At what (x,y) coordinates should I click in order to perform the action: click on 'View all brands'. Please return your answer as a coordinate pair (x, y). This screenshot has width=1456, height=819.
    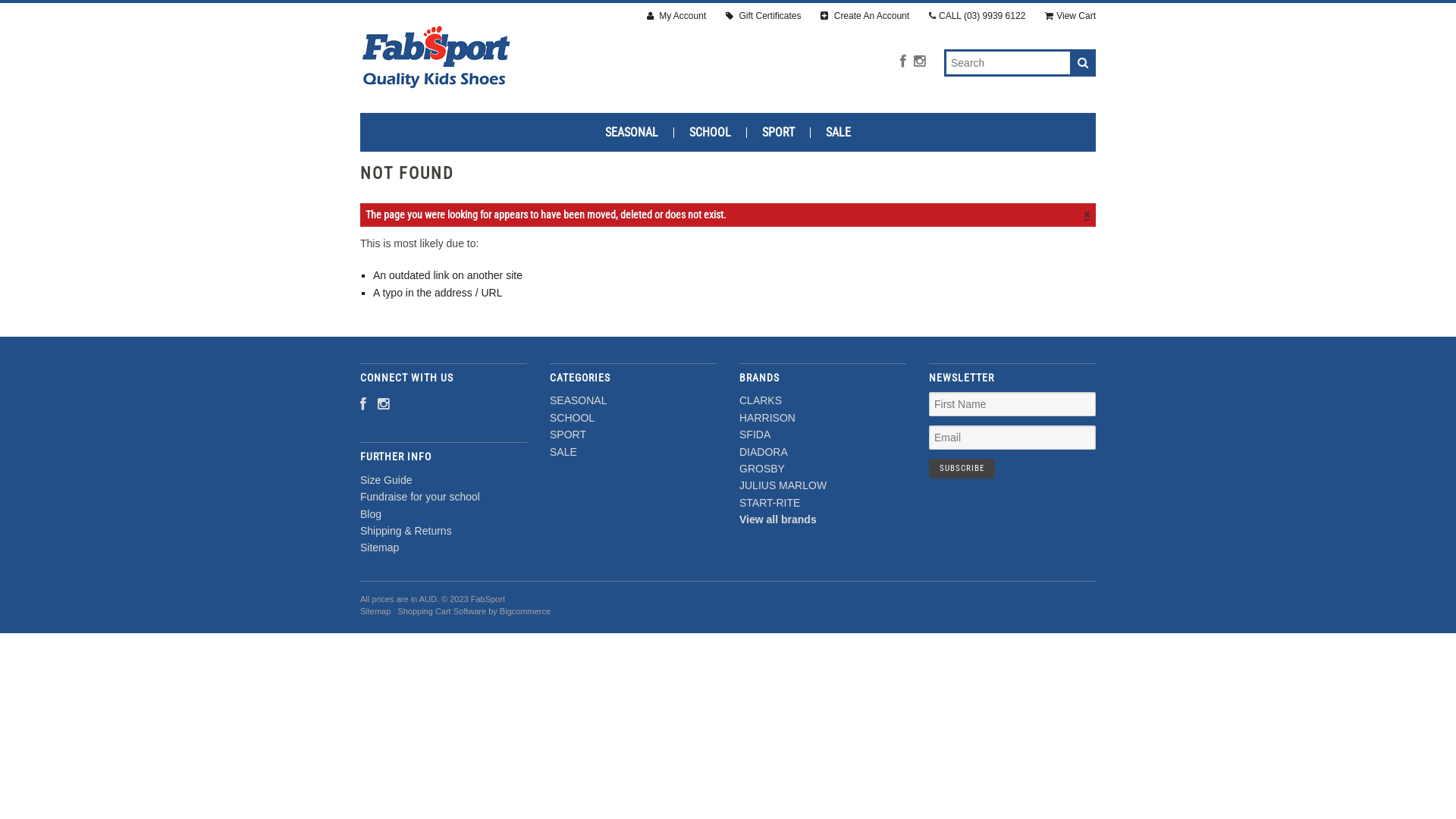
    Looking at the image, I should click on (739, 519).